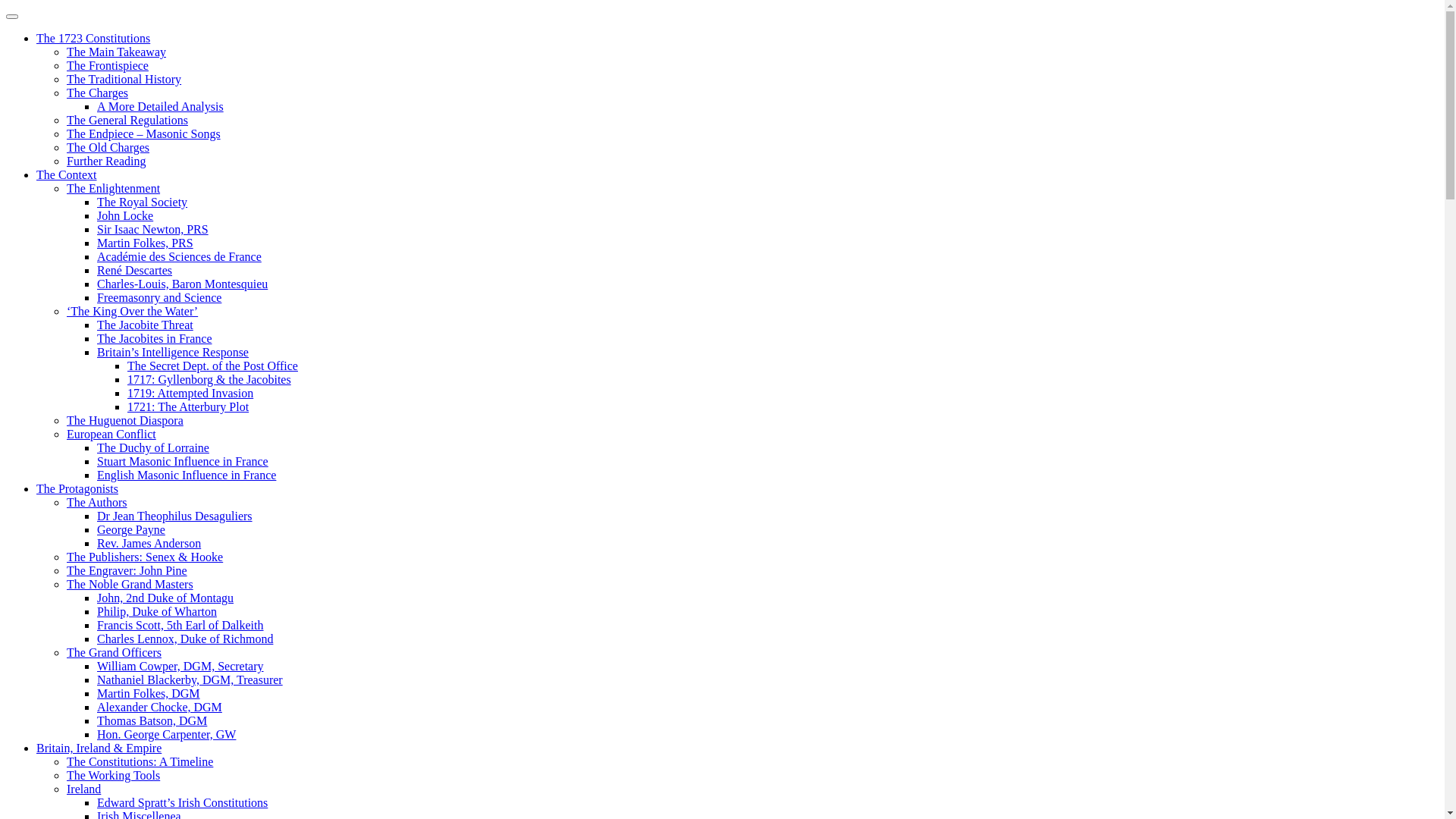  I want to click on 'The Main Takeaway', so click(115, 51).